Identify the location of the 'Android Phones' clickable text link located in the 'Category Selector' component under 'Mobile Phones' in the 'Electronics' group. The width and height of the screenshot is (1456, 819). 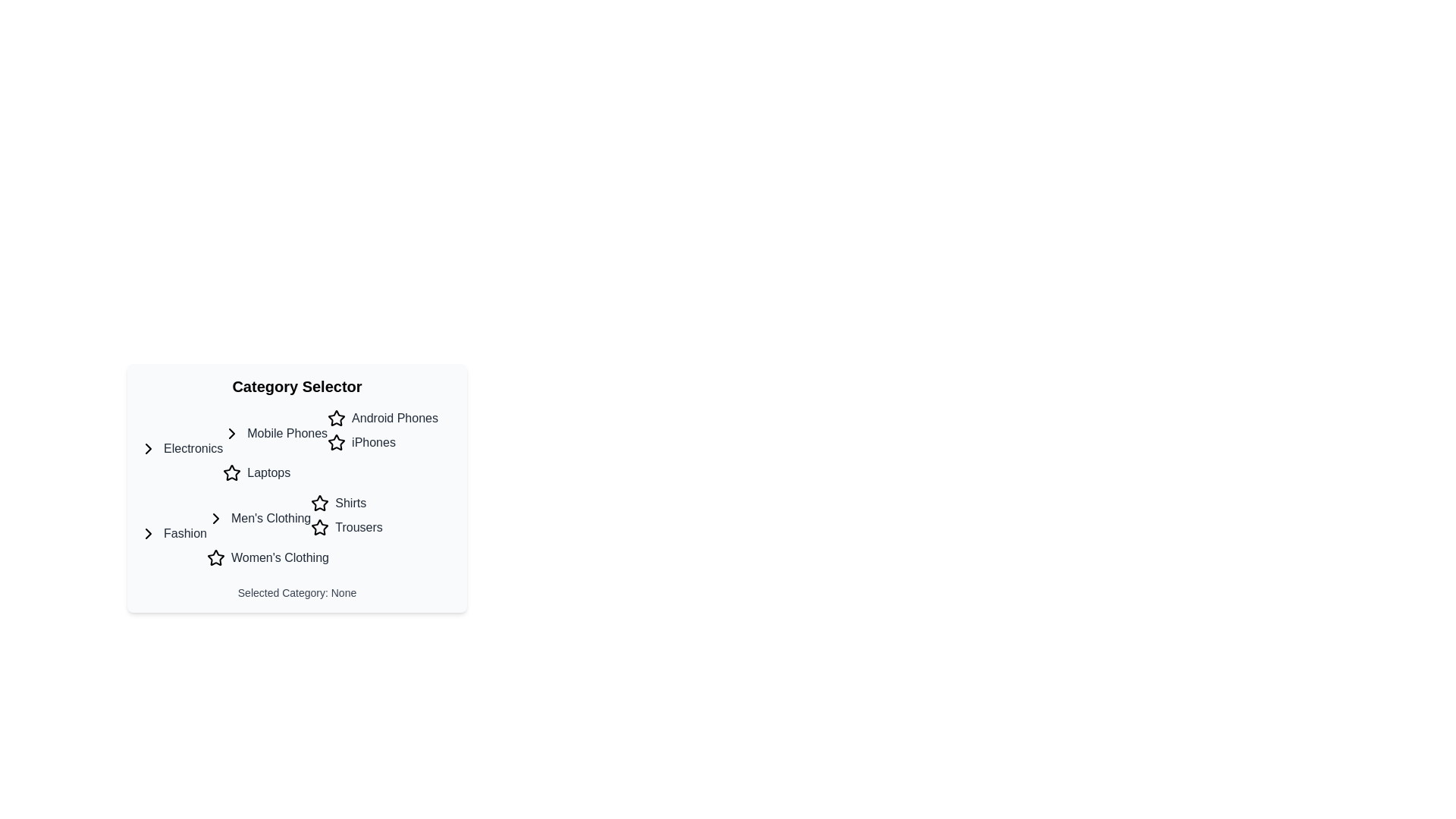
(395, 418).